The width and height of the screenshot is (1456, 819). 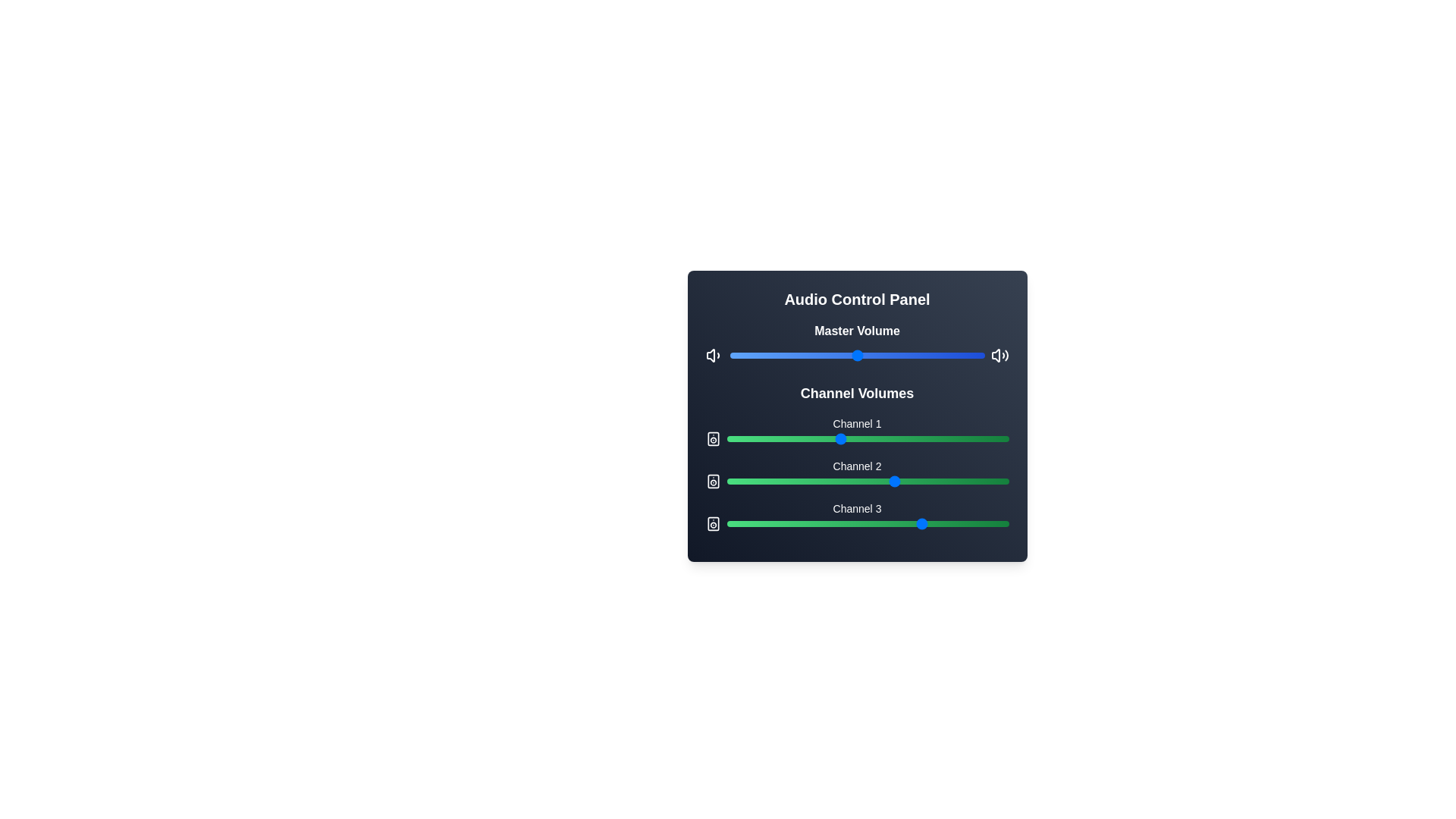 What do you see at coordinates (763, 519) in the screenshot?
I see `the 'Channel 3' volume slider` at bounding box center [763, 519].